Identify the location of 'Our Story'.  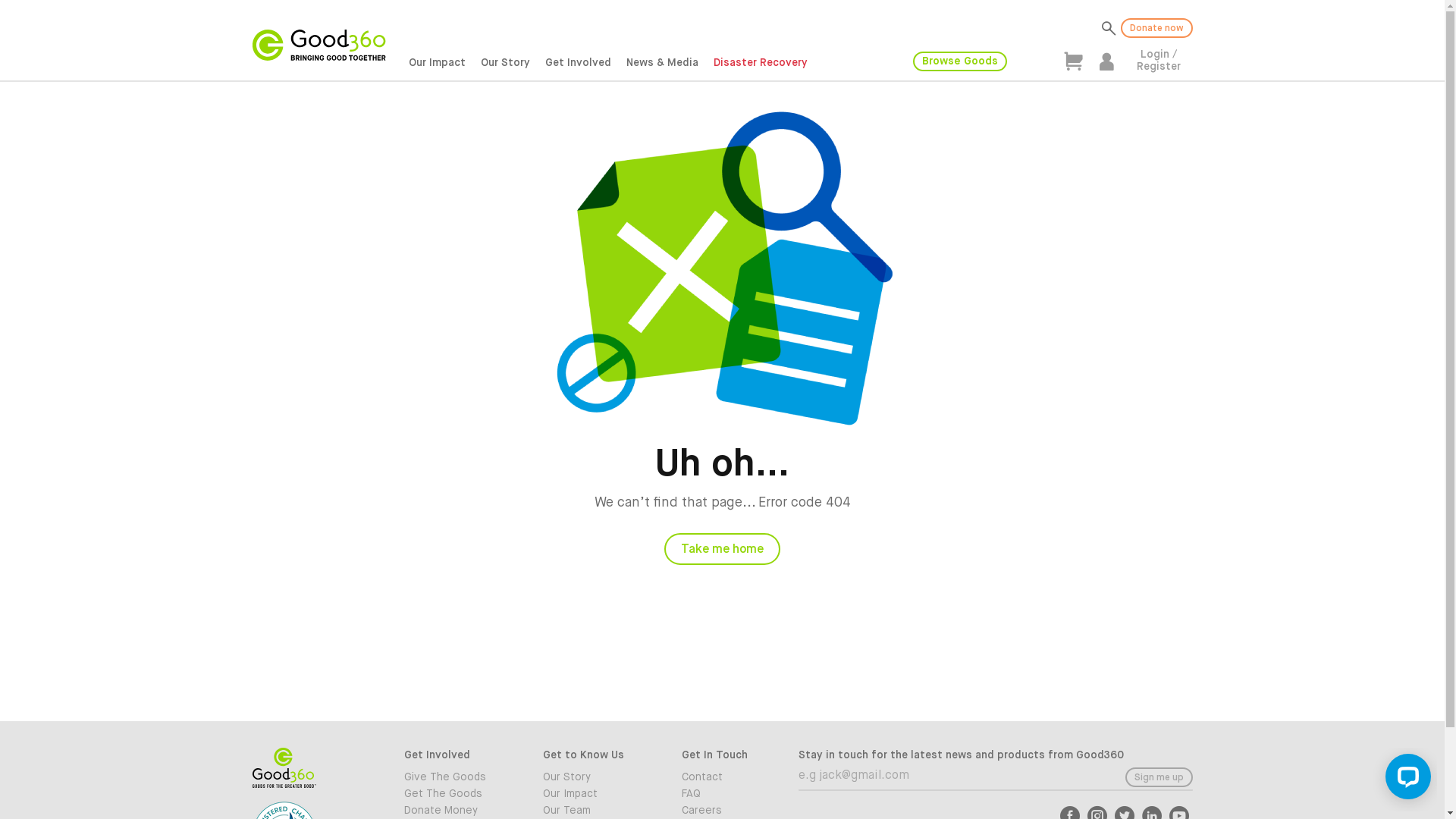
(505, 62).